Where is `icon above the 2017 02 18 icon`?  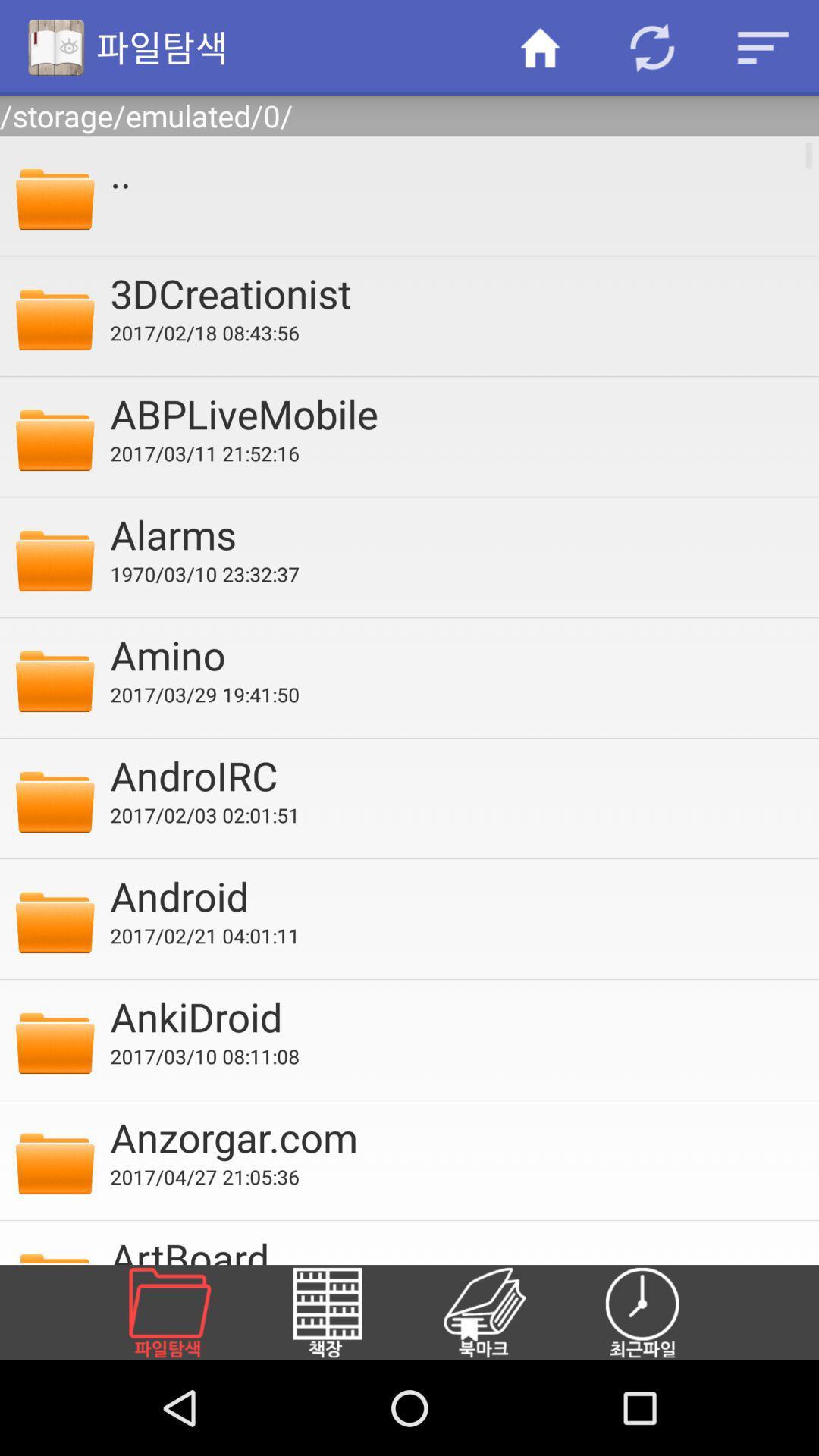 icon above the 2017 02 18 icon is located at coordinates (453, 293).